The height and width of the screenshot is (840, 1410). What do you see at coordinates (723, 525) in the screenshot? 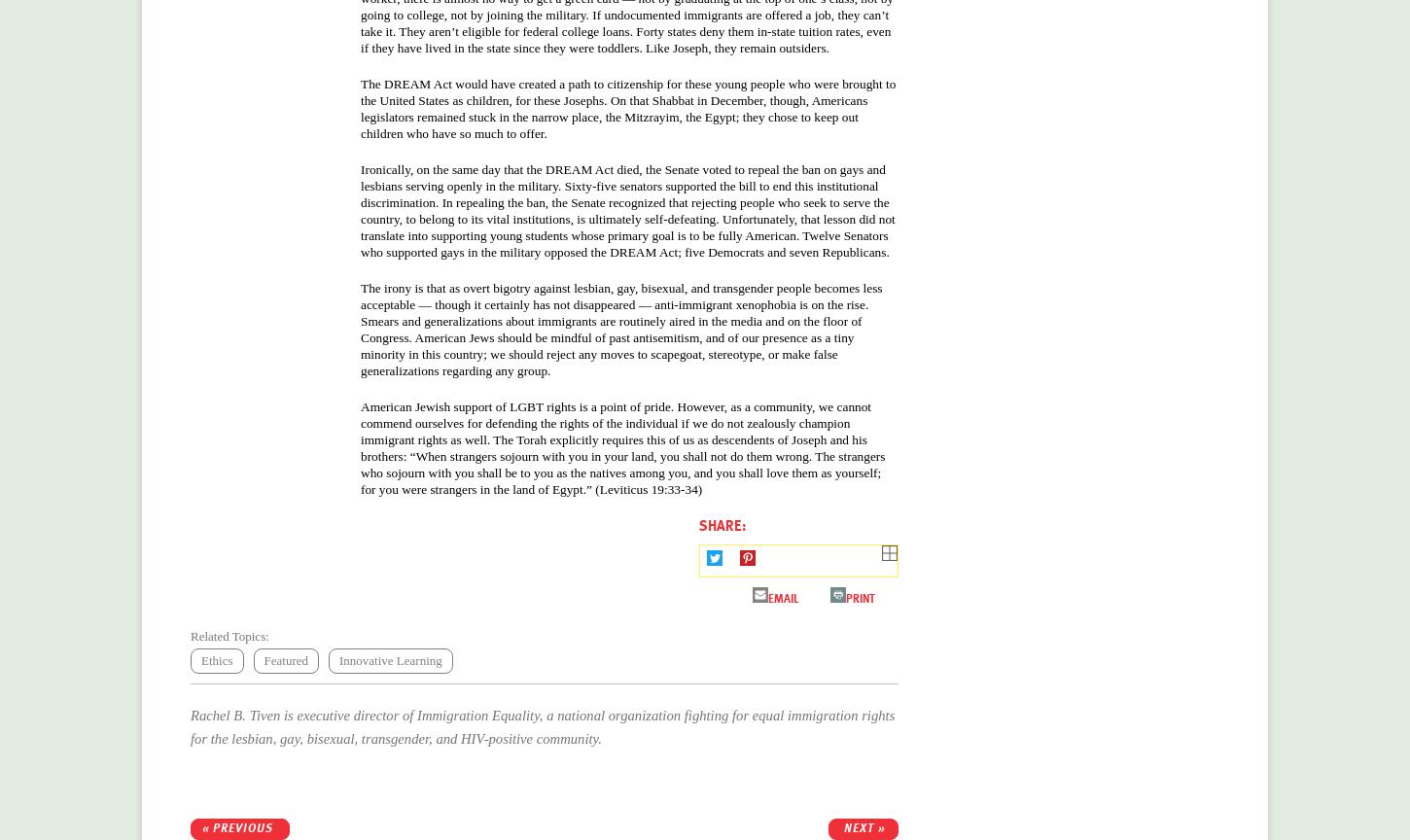
I see `'Share:'` at bounding box center [723, 525].